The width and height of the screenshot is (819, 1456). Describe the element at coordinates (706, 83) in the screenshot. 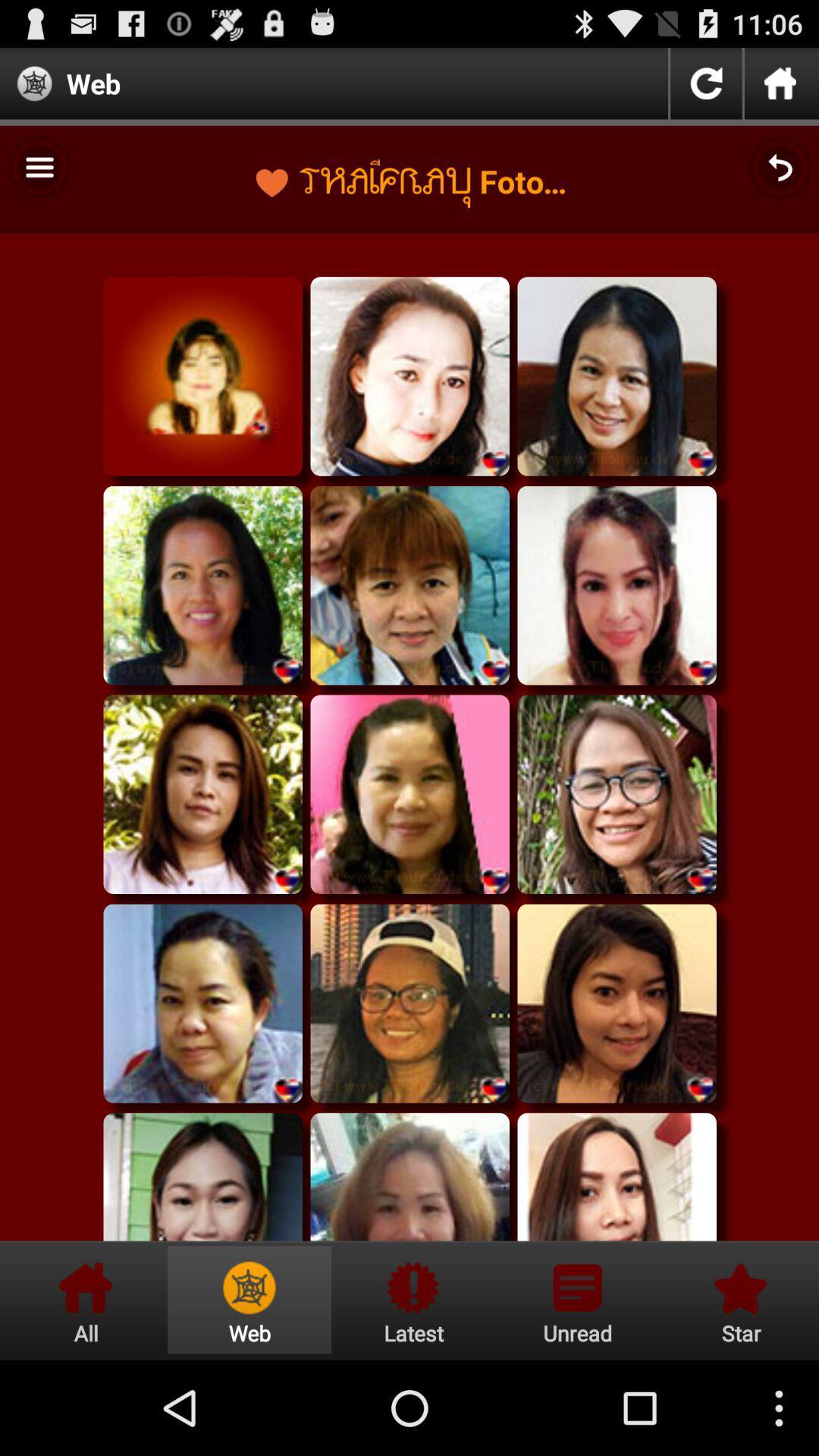

I see `refresh the page` at that location.